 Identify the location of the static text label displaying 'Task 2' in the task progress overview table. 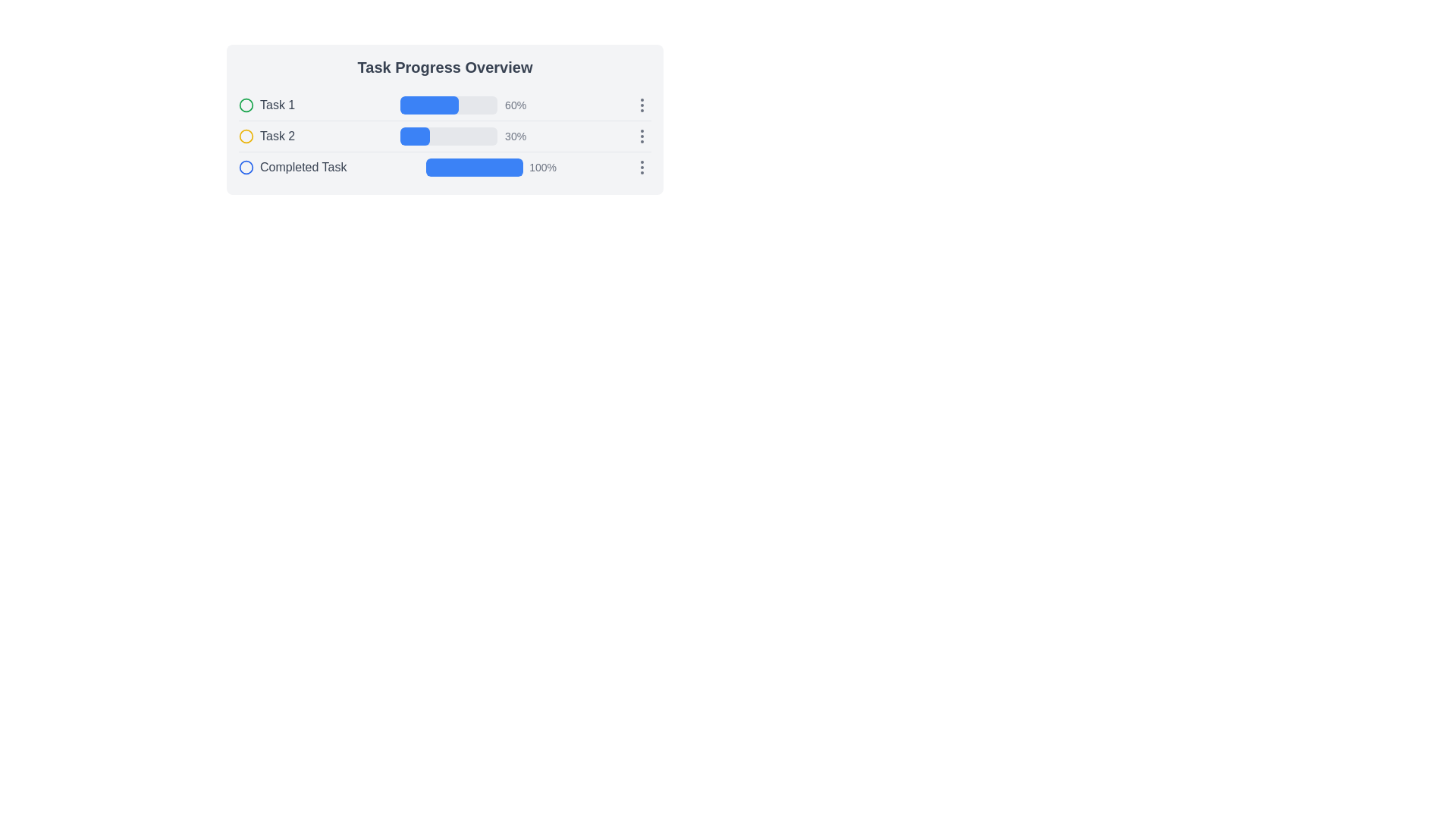
(278, 136).